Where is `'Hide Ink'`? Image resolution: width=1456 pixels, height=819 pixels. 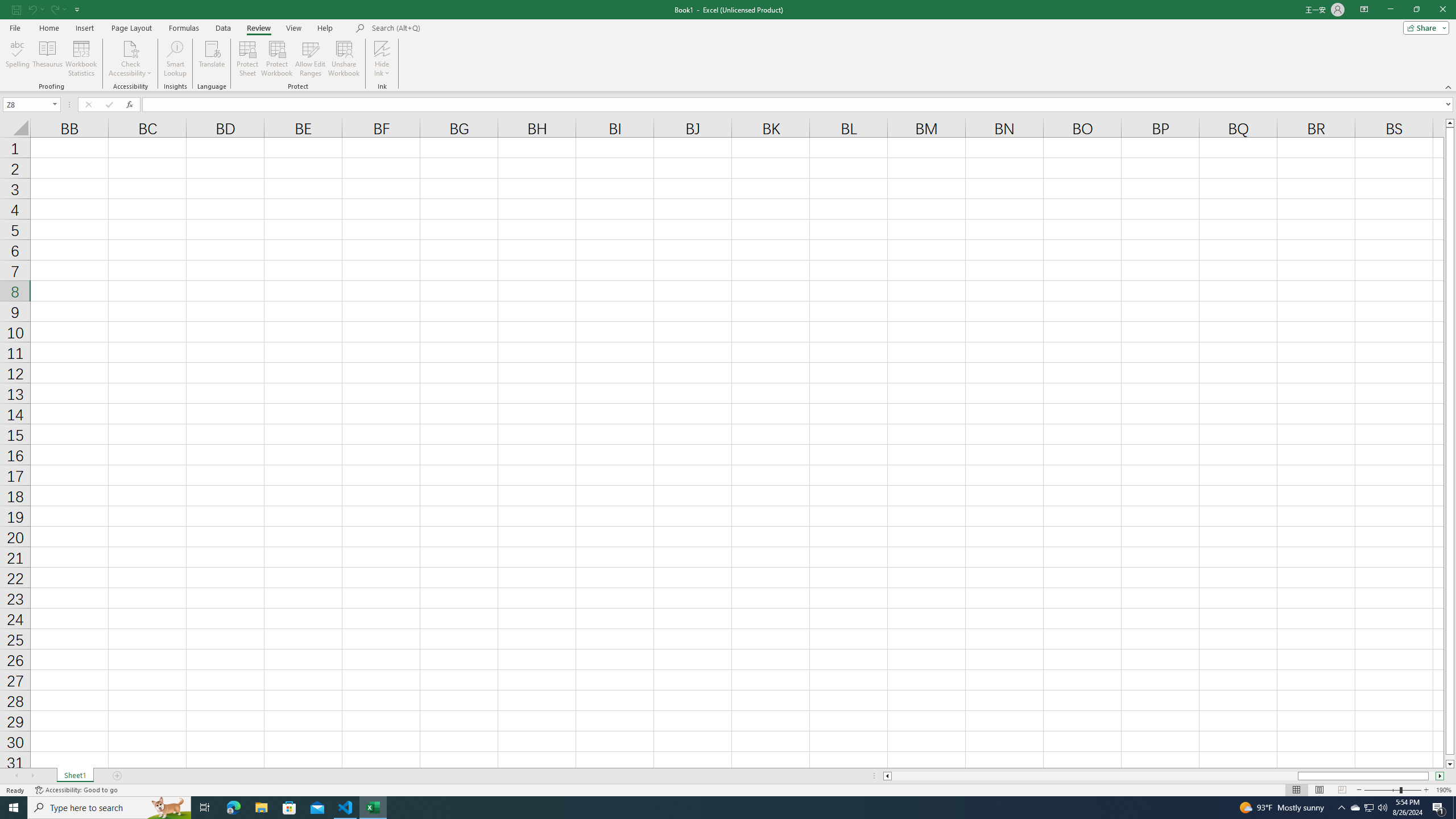
'Hide Ink' is located at coordinates (382, 48).